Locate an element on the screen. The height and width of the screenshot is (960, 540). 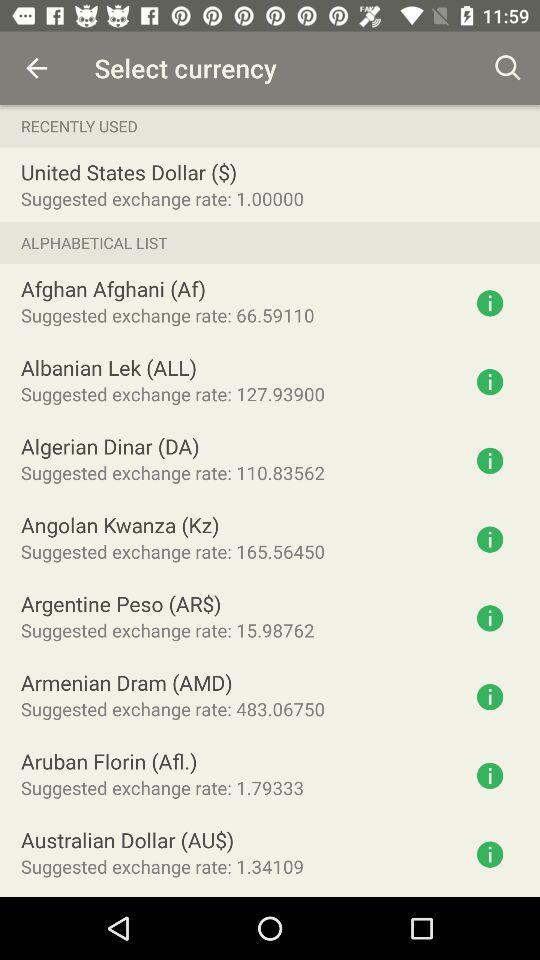
provides info is located at coordinates (489, 697).